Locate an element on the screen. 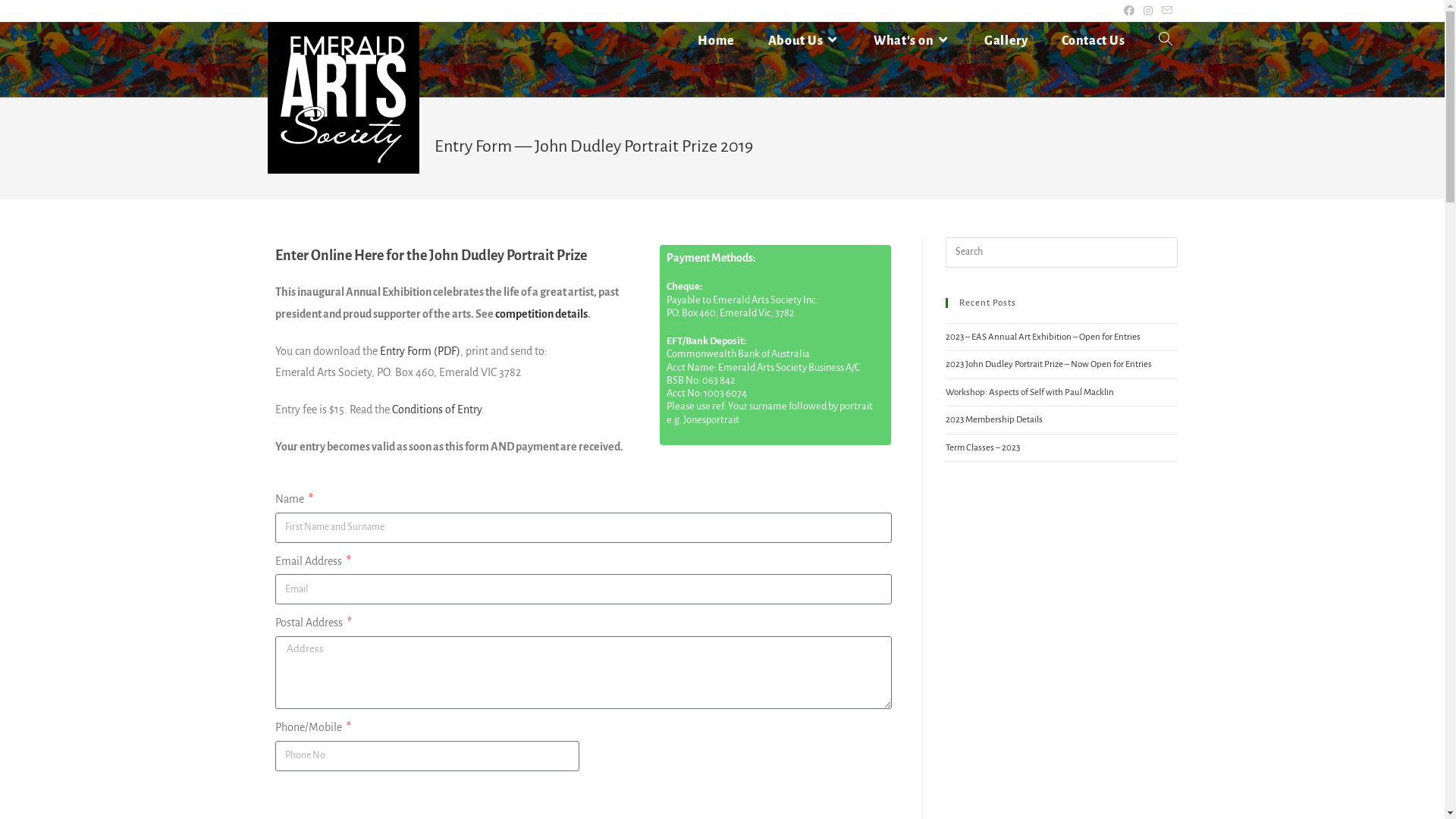 The image size is (1456, 819). '2023 Membership Details' is located at coordinates (993, 419).